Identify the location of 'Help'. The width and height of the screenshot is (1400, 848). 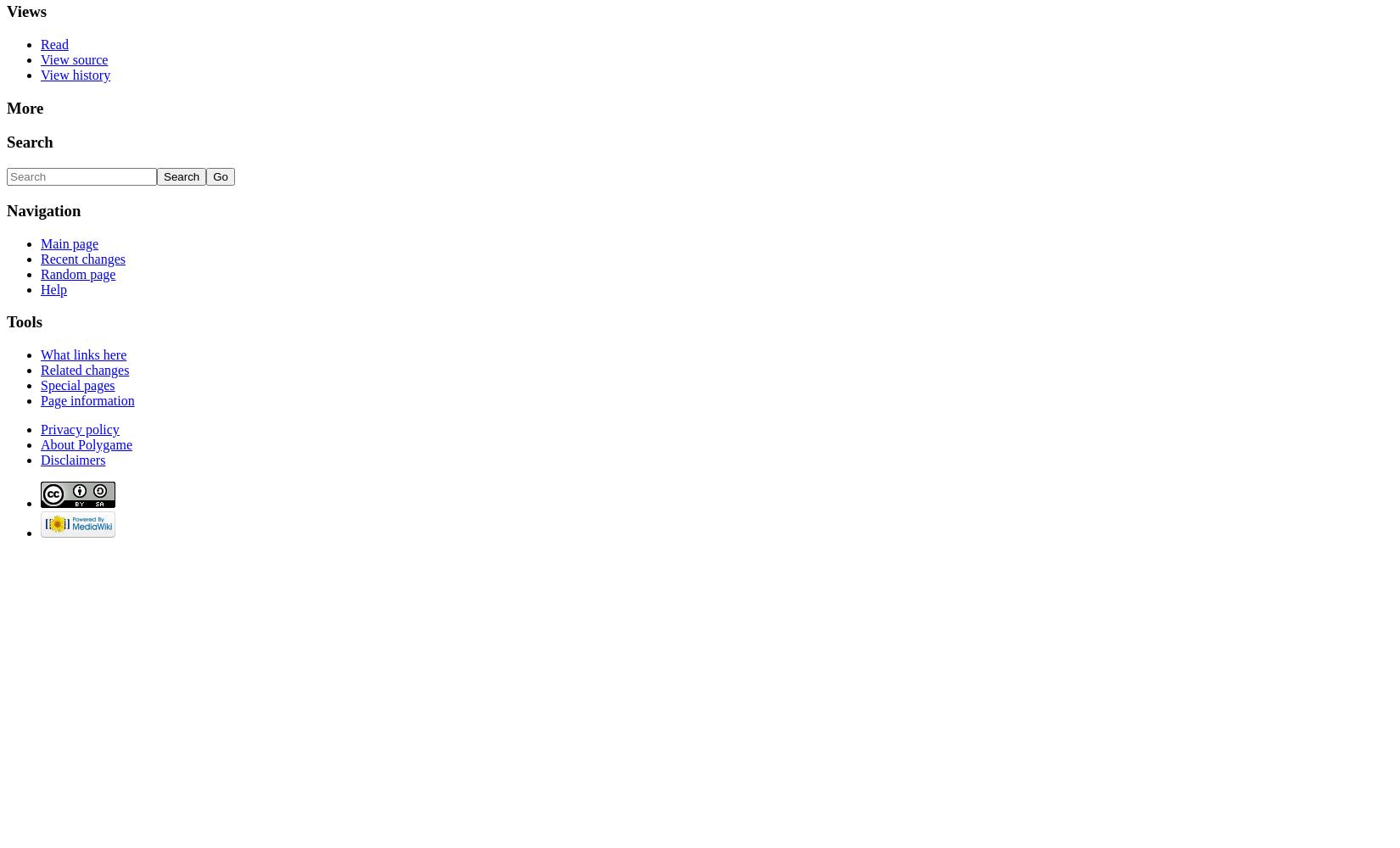
(53, 287).